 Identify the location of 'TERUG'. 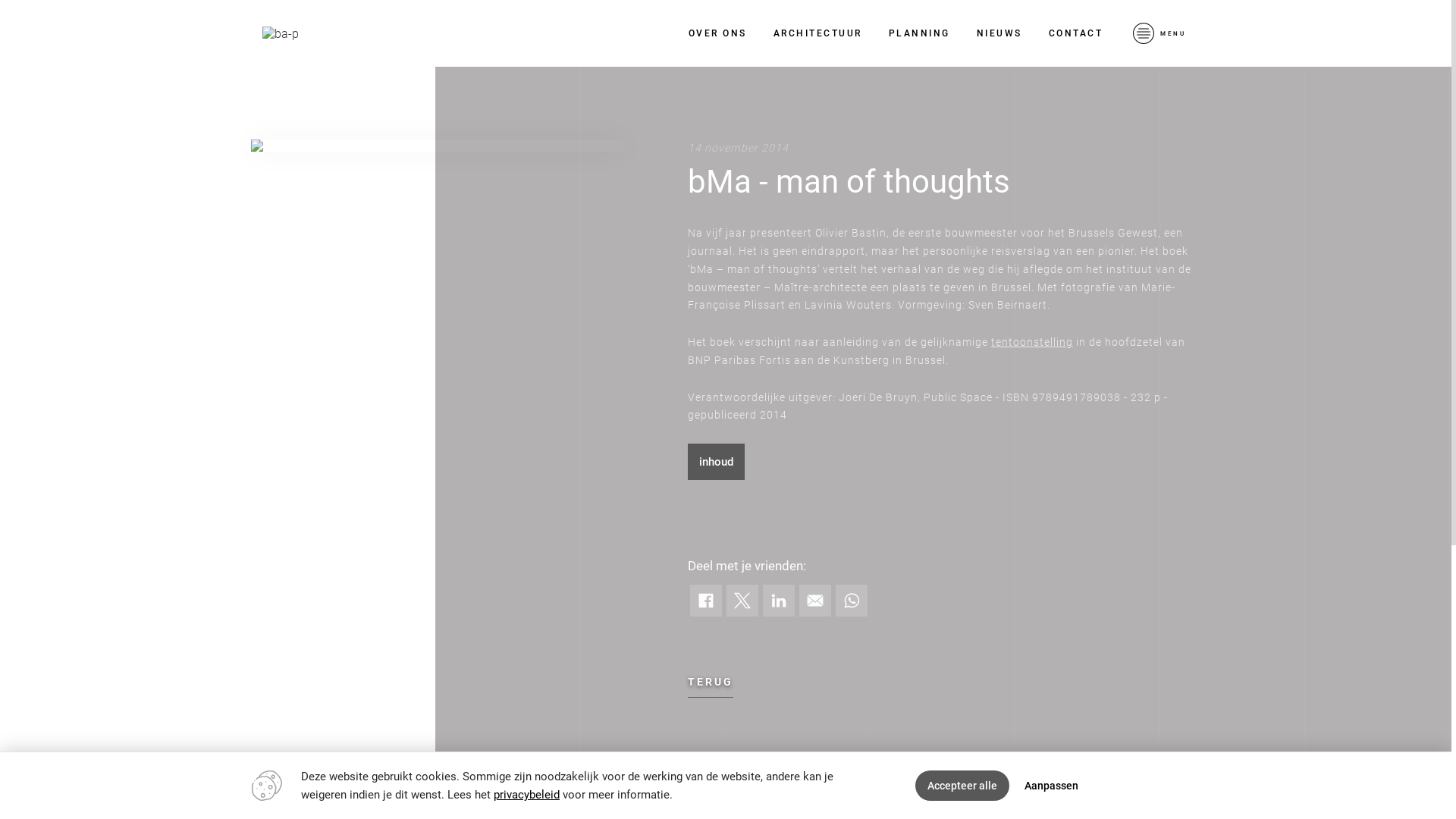
(709, 681).